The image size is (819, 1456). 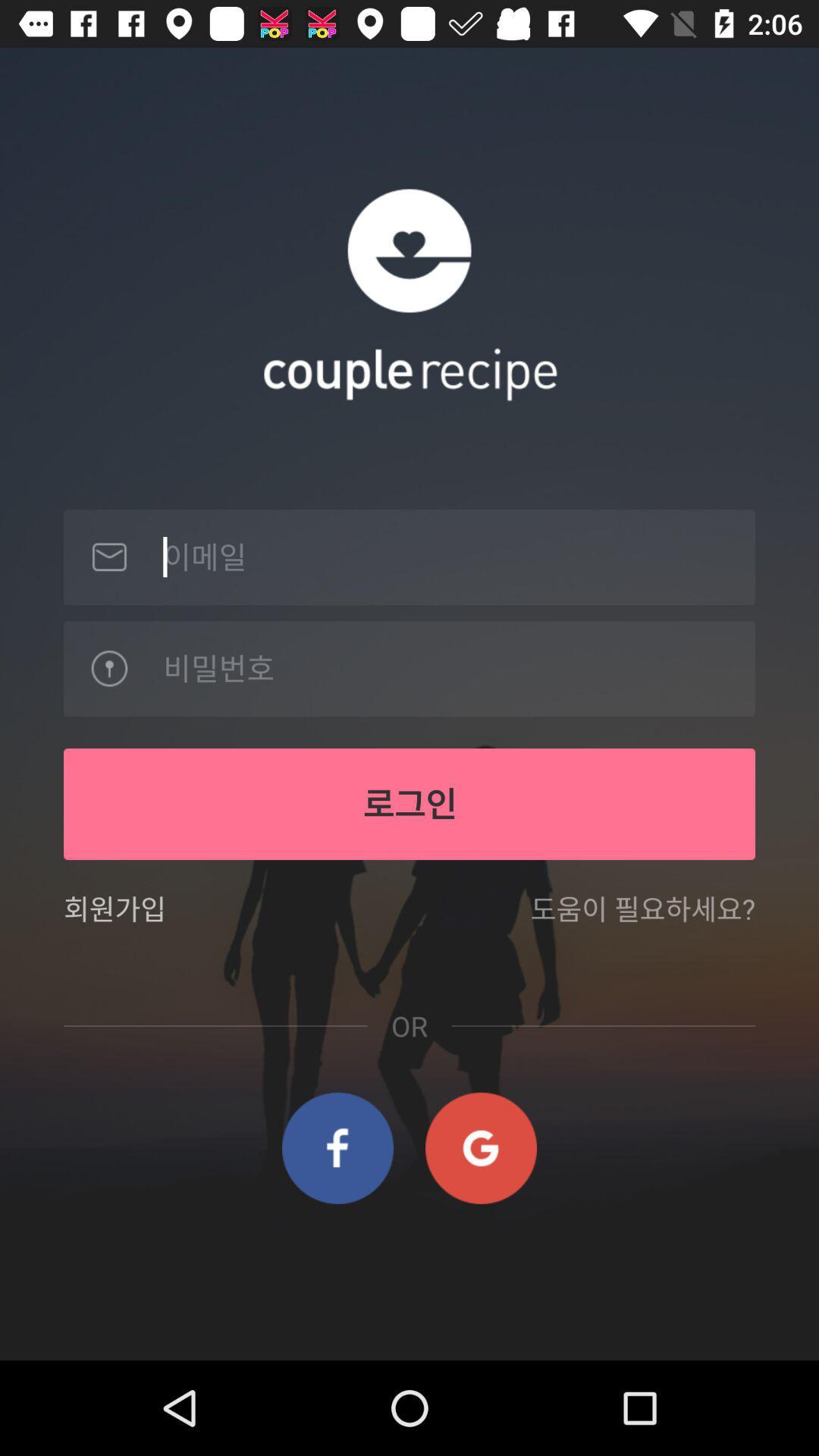 I want to click on item below the or, so click(x=481, y=1148).